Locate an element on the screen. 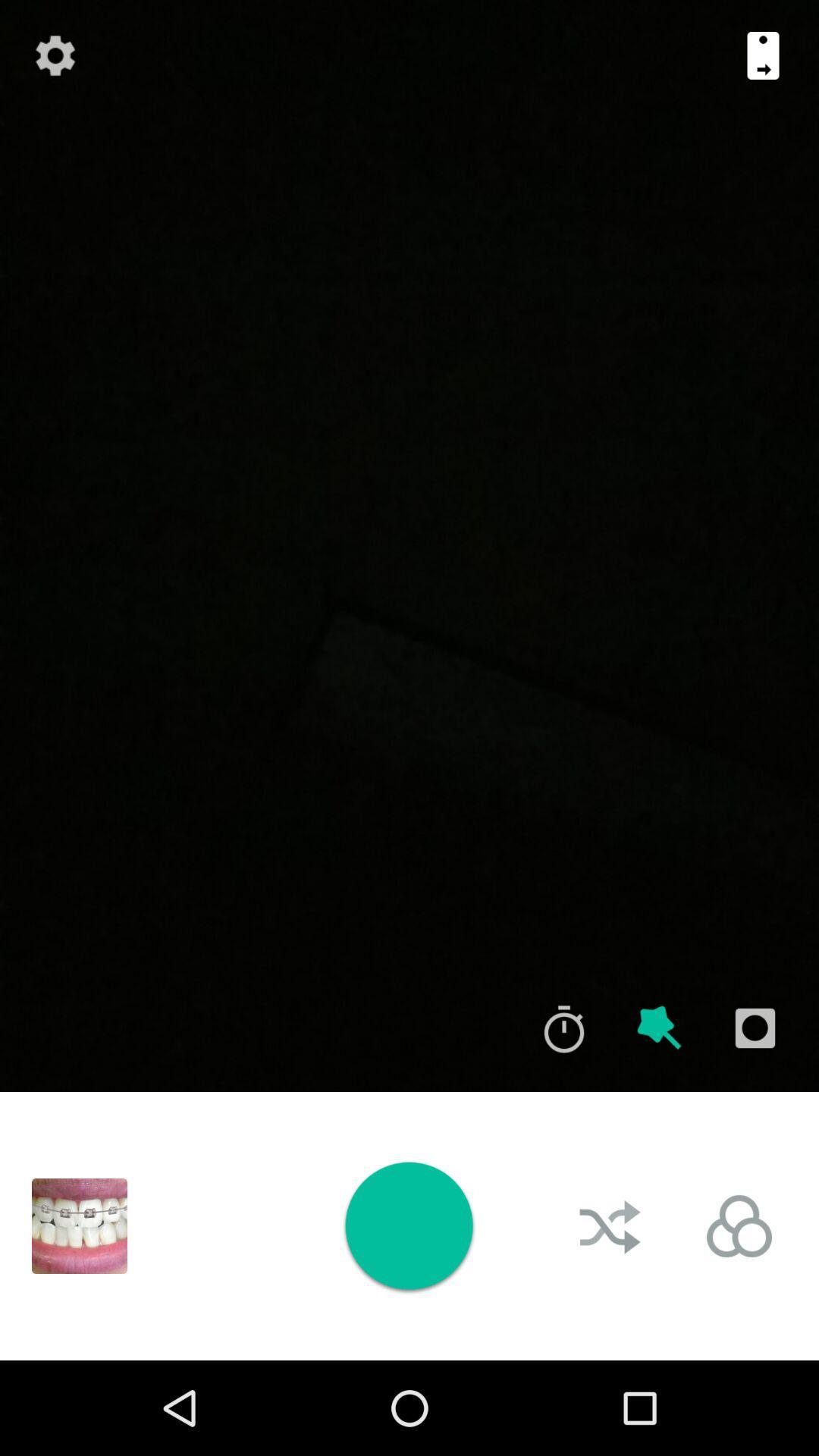 This screenshot has width=819, height=1456. settings is located at coordinates (55, 55).